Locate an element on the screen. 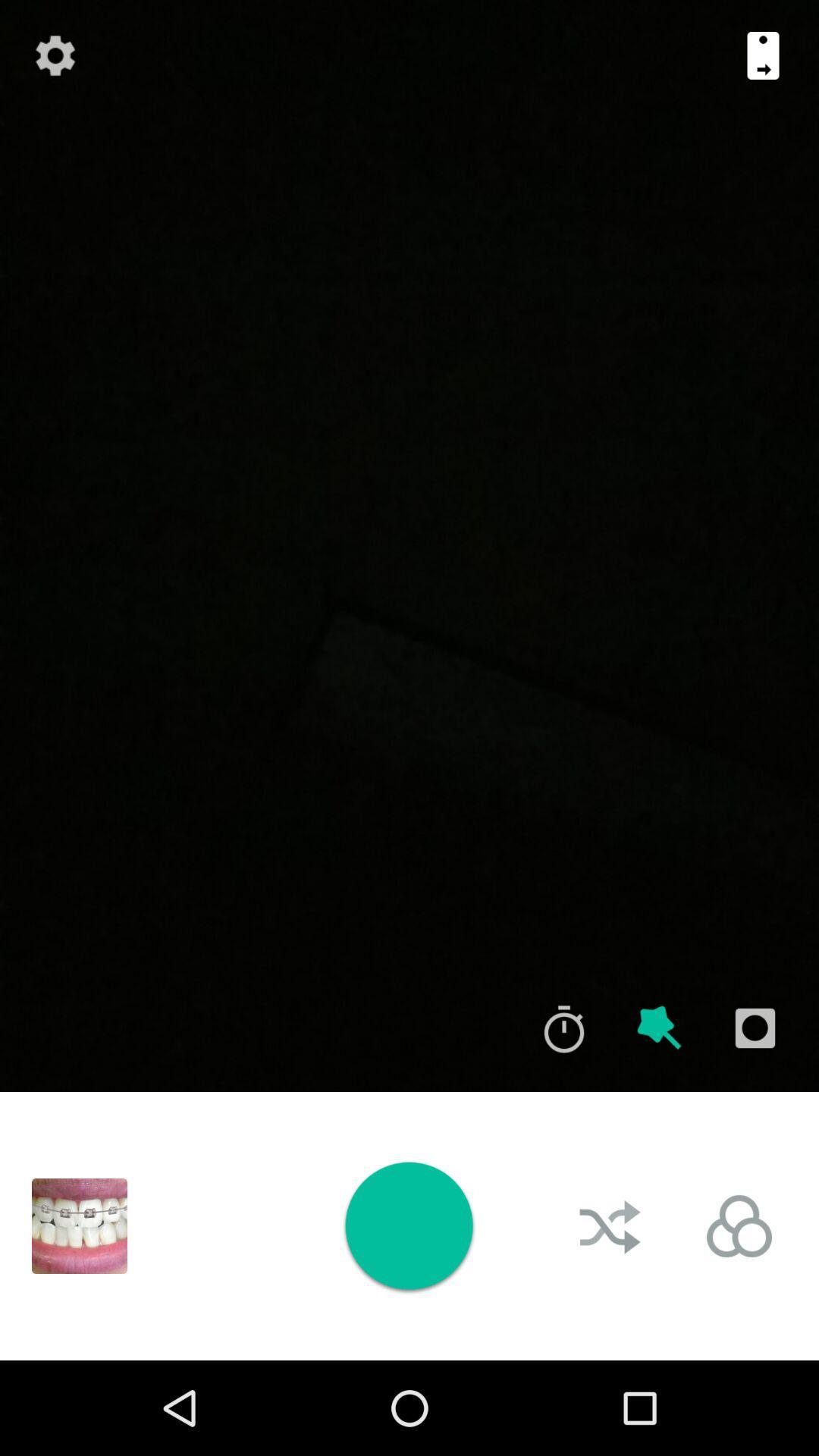 This screenshot has width=819, height=1456. settings is located at coordinates (55, 55).